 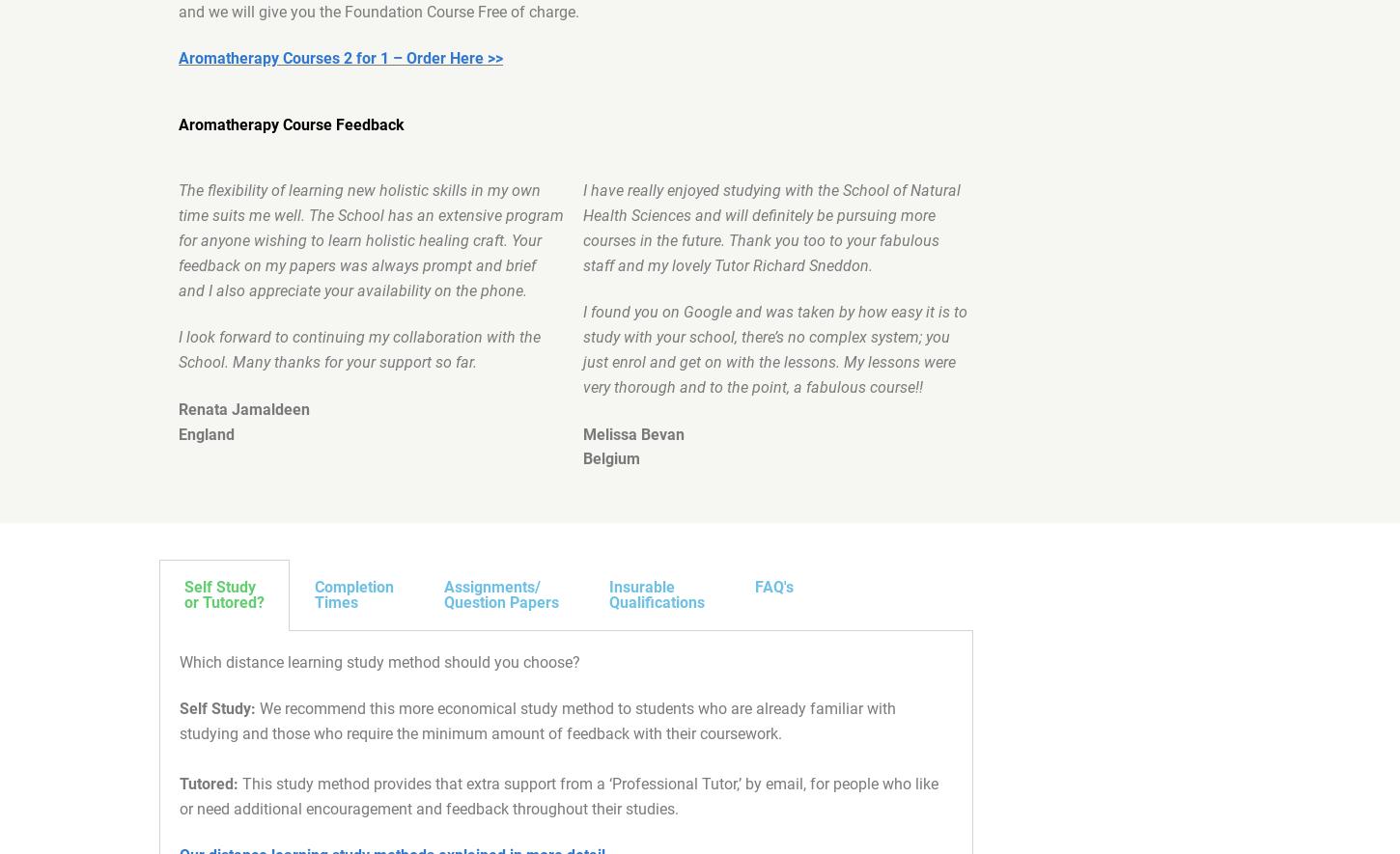 What do you see at coordinates (491, 585) in the screenshot?
I see `'Assignments/'` at bounding box center [491, 585].